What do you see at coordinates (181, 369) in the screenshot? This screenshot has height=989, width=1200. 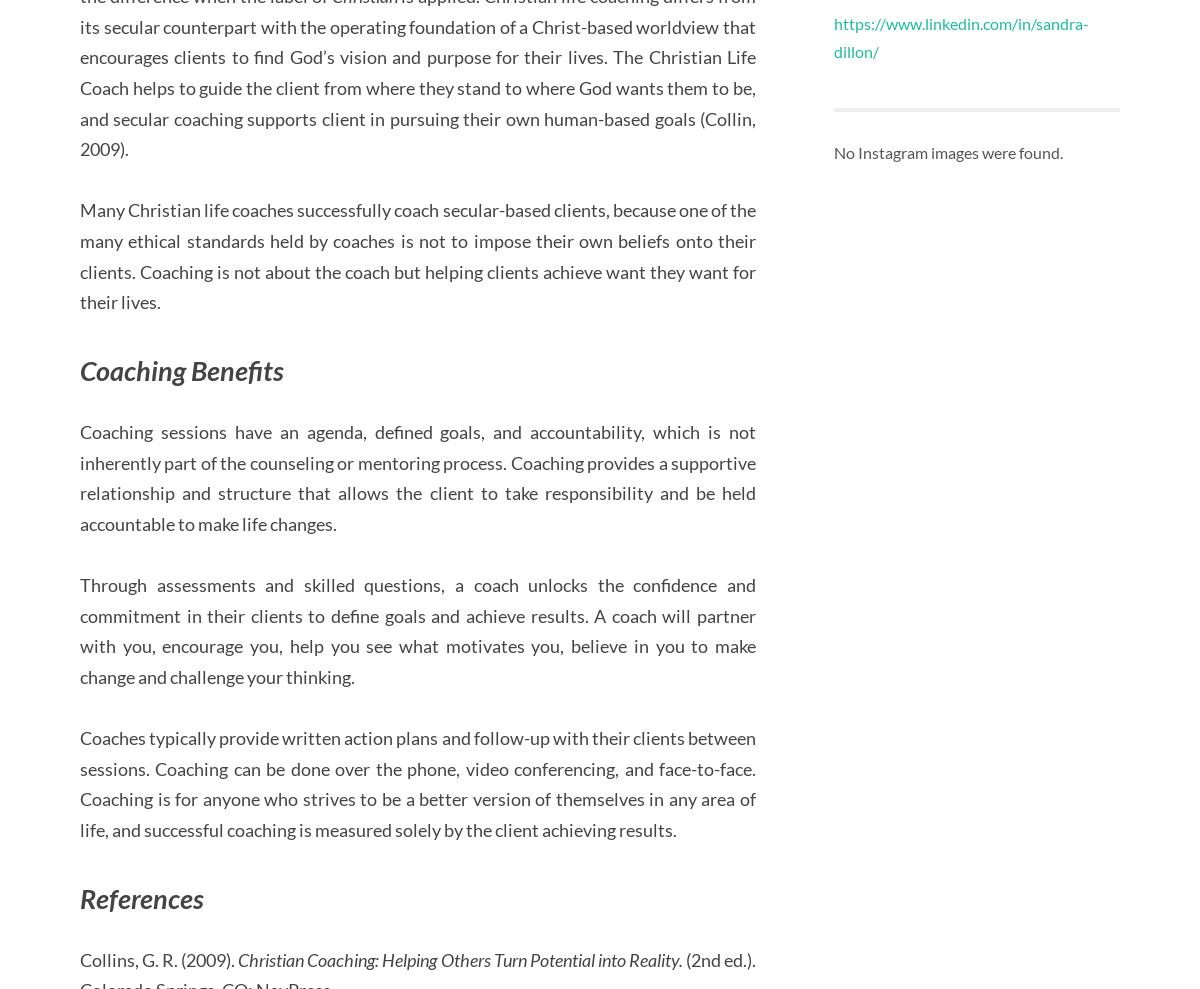 I see `'Coaching Benefits'` at bounding box center [181, 369].